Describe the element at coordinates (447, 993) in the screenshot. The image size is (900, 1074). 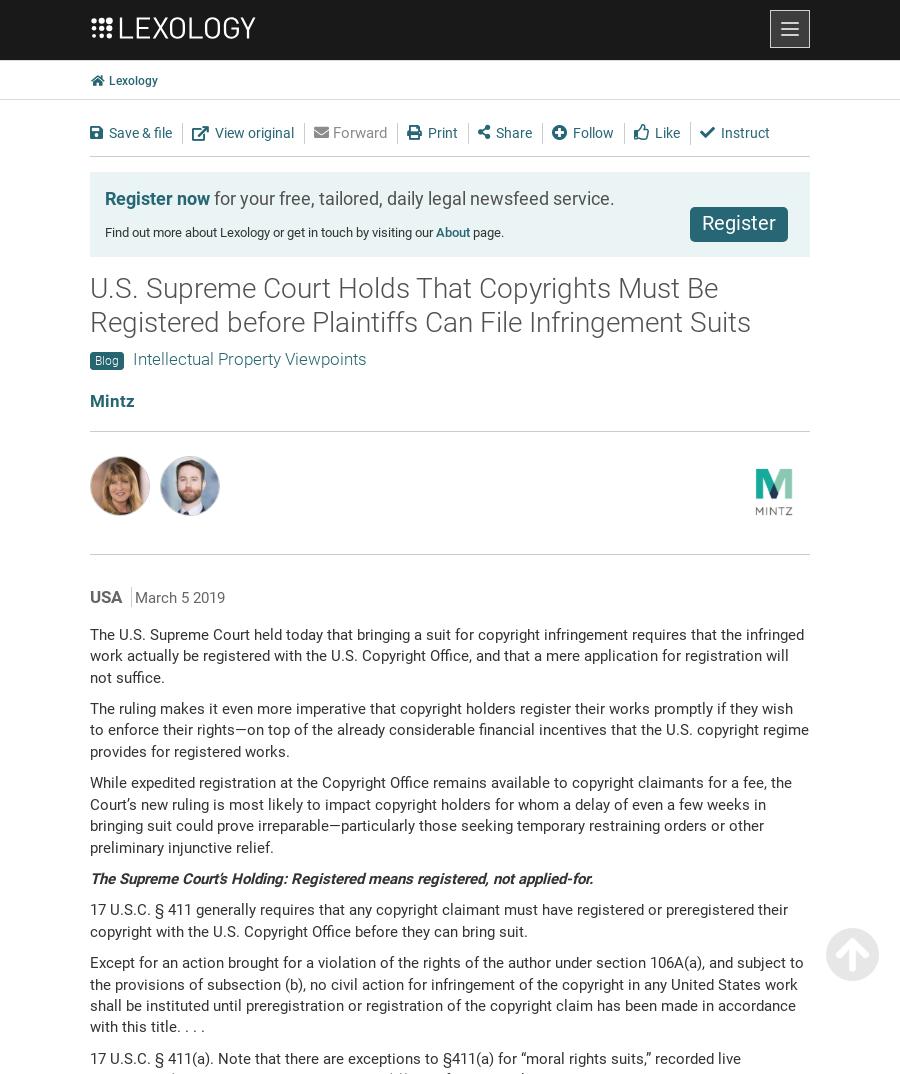
I see `'Except for an action brought for a violation of the rights of the author under section 106A(a), and subject to the provisions of subsection (b), no civil action for infringement of the copyright in any United States work shall be instituted until preregistration or registration of the copyright claim has been made in accordance with this title. . . .'` at that location.